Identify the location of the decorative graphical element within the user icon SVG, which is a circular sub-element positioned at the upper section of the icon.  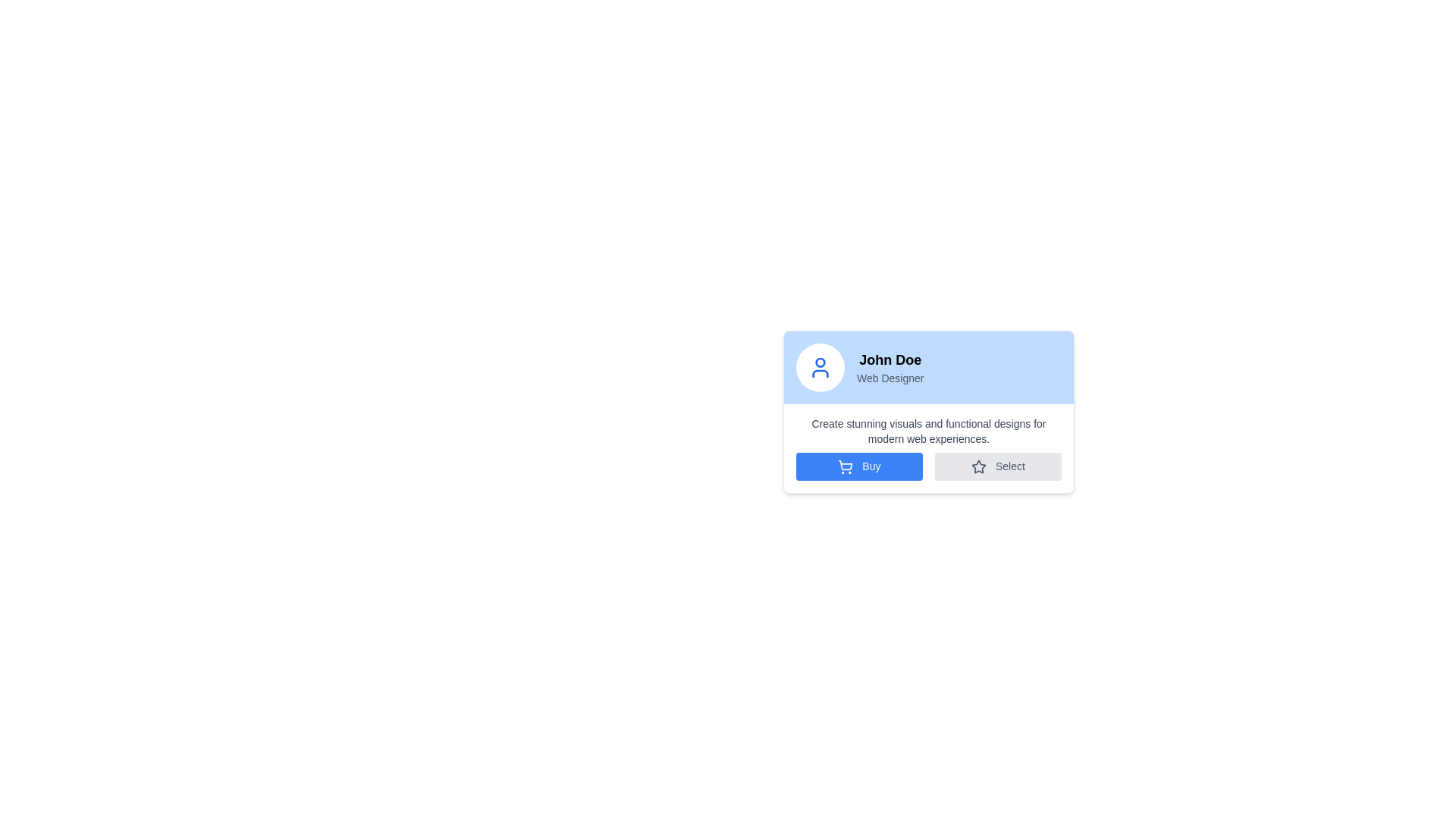
(819, 362).